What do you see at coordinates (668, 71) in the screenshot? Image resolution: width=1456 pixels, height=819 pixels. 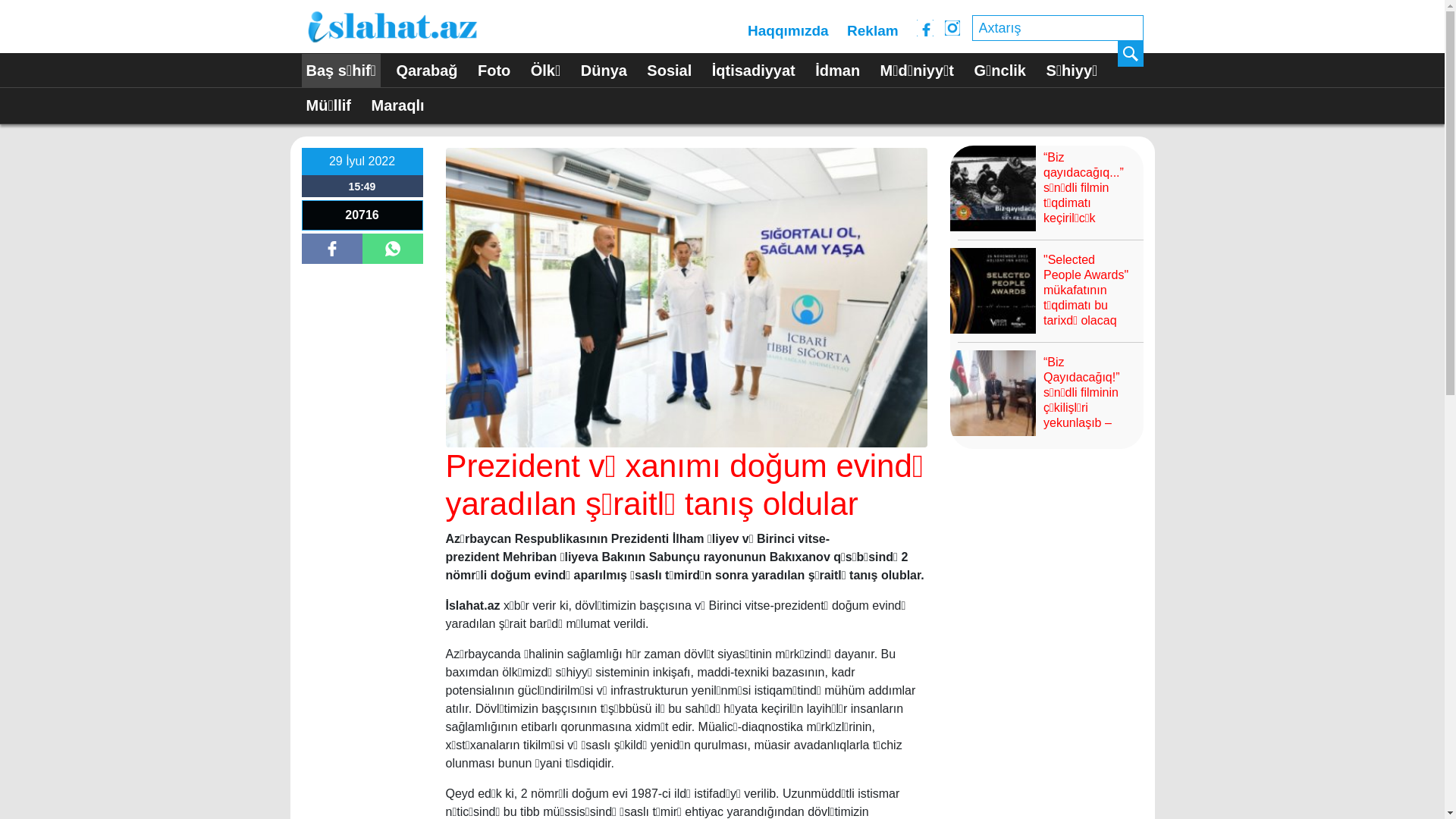 I see `'Sosial'` at bounding box center [668, 71].